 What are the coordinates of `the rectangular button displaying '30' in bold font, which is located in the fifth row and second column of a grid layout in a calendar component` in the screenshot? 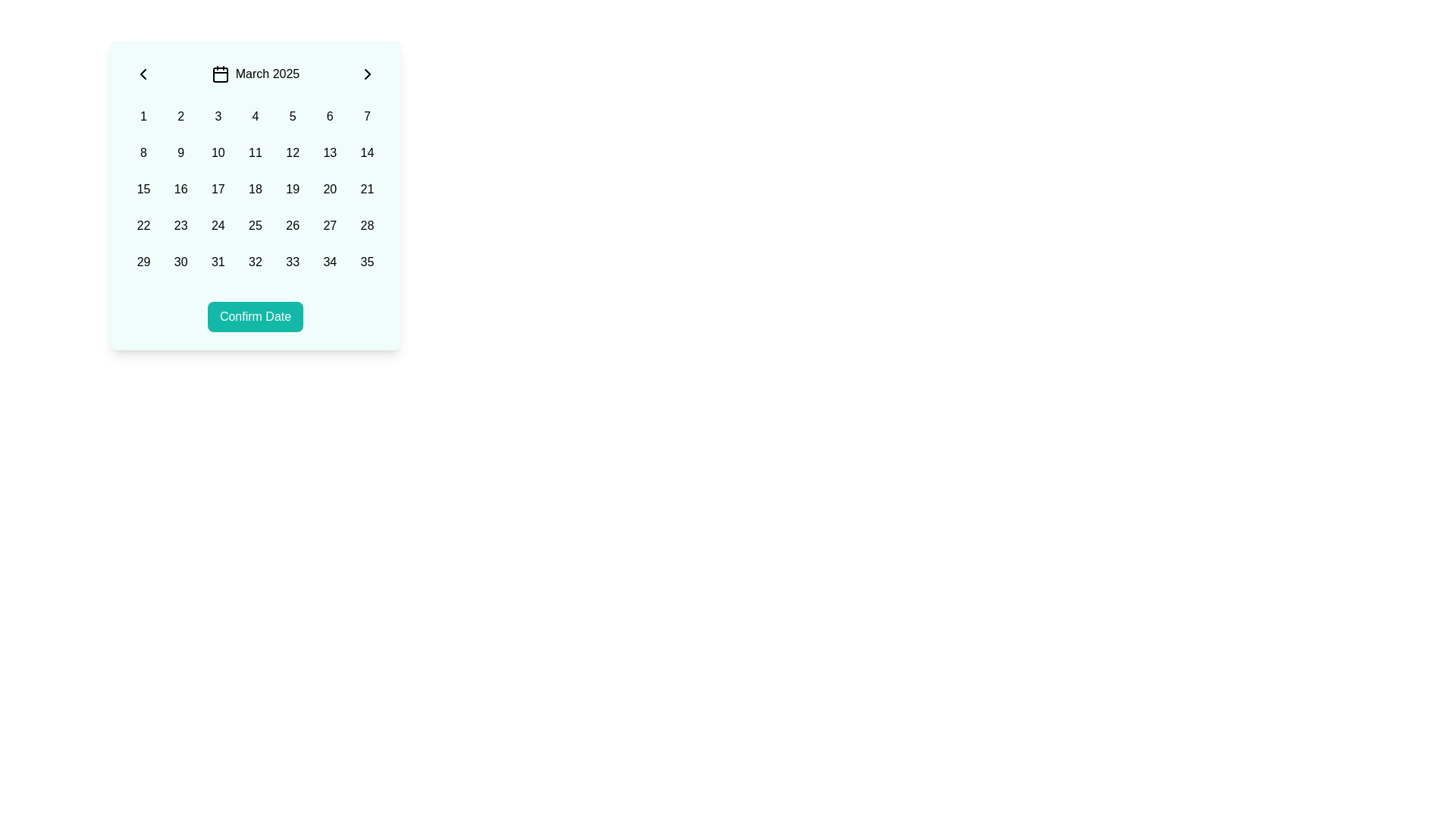 It's located at (180, 262).